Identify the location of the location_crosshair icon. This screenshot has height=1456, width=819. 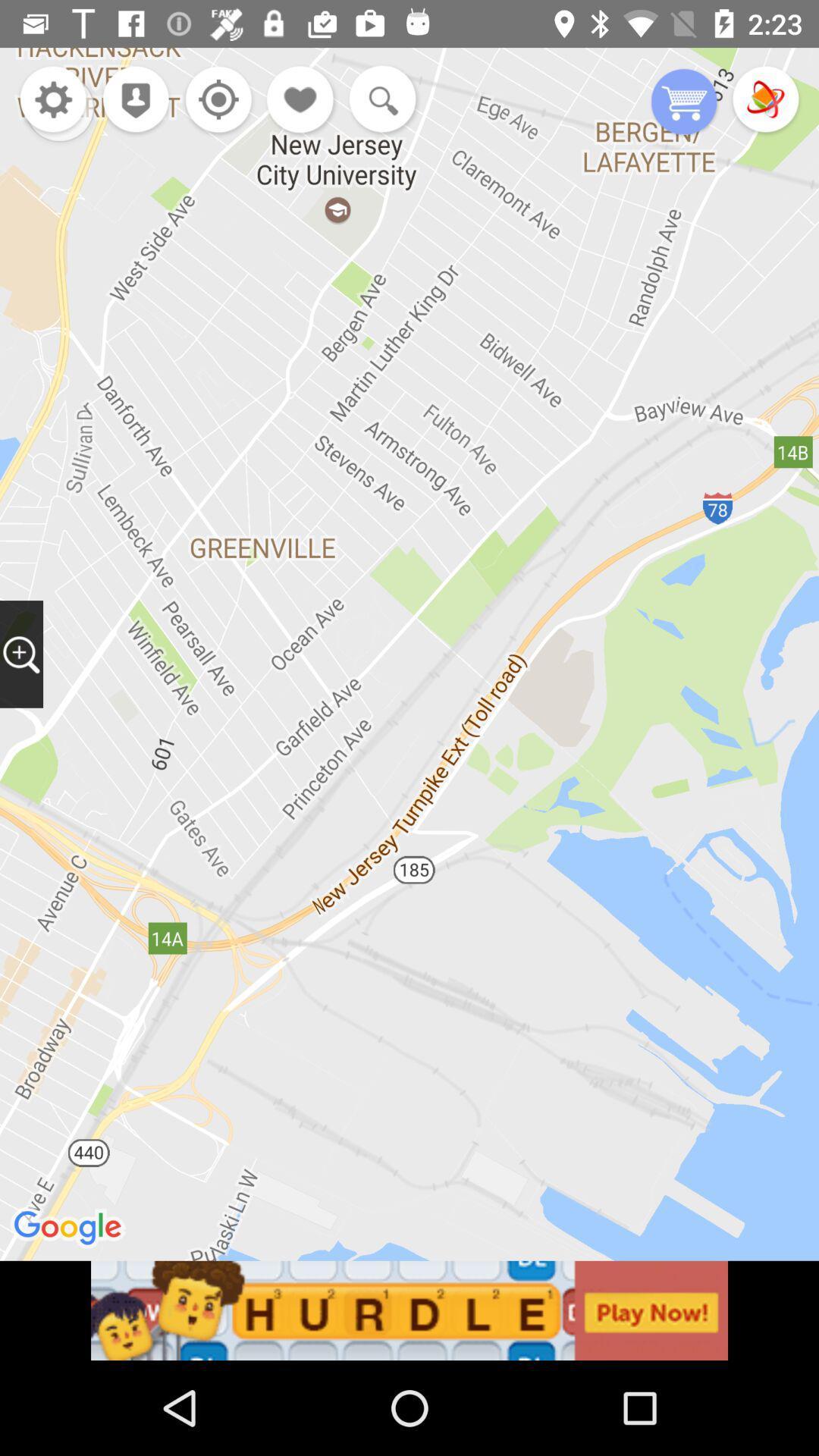
(215, 100).